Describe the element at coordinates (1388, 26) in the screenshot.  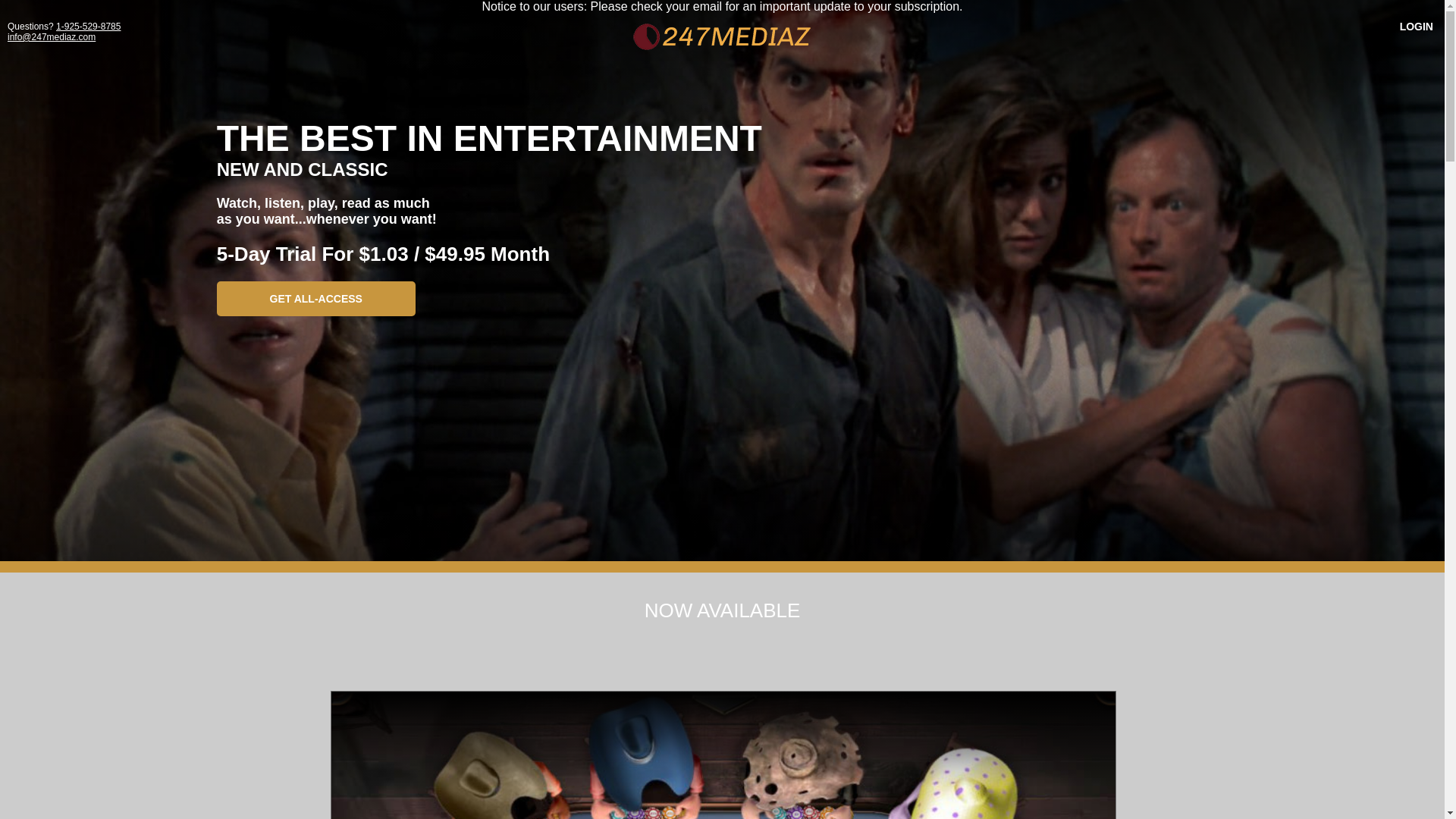
I see `'LOGIN'` at that location.